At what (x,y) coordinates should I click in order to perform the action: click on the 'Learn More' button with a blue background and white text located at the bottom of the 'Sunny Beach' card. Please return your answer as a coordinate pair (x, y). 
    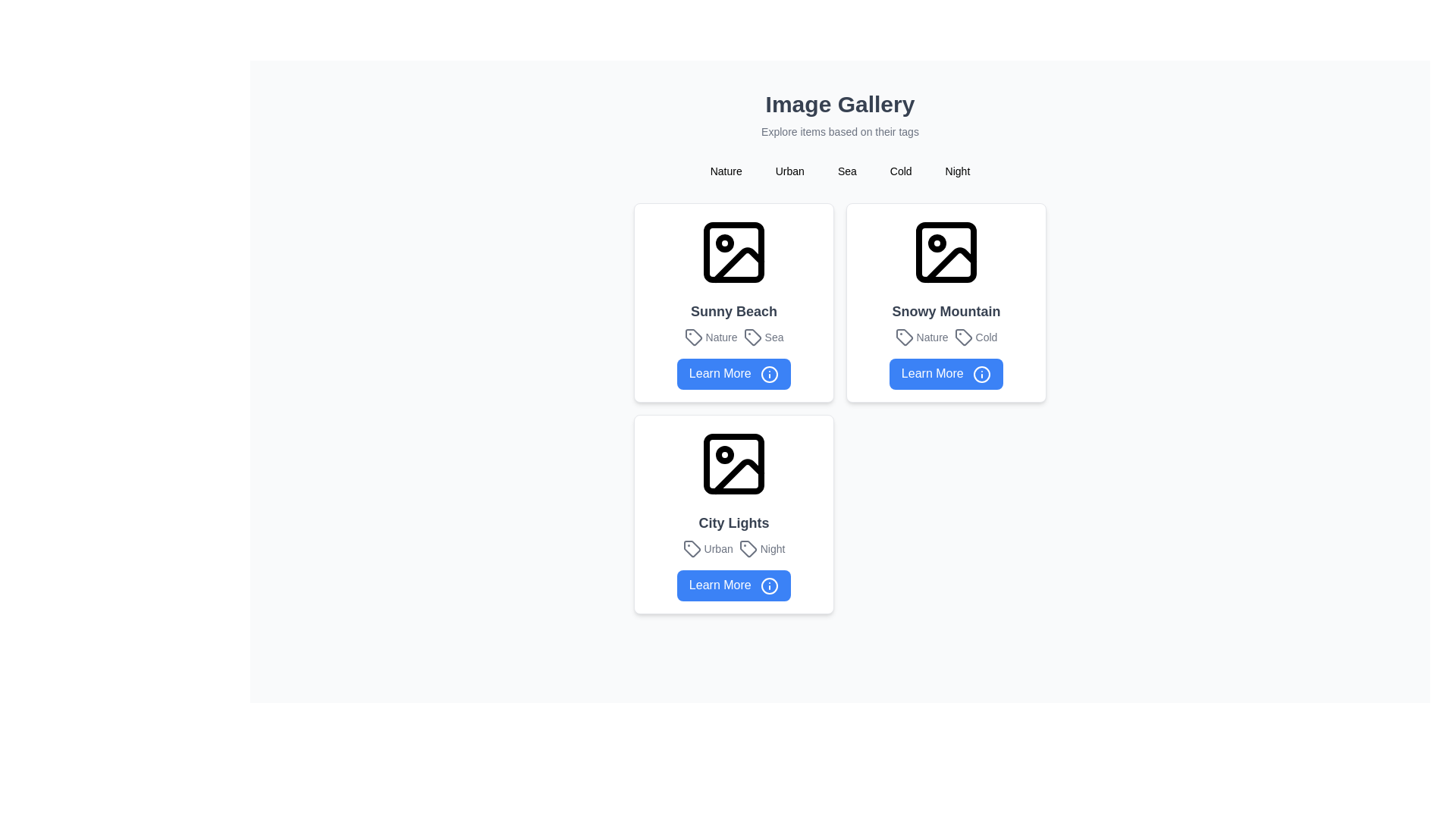
    Looking at the image, I should click on (734, 374).